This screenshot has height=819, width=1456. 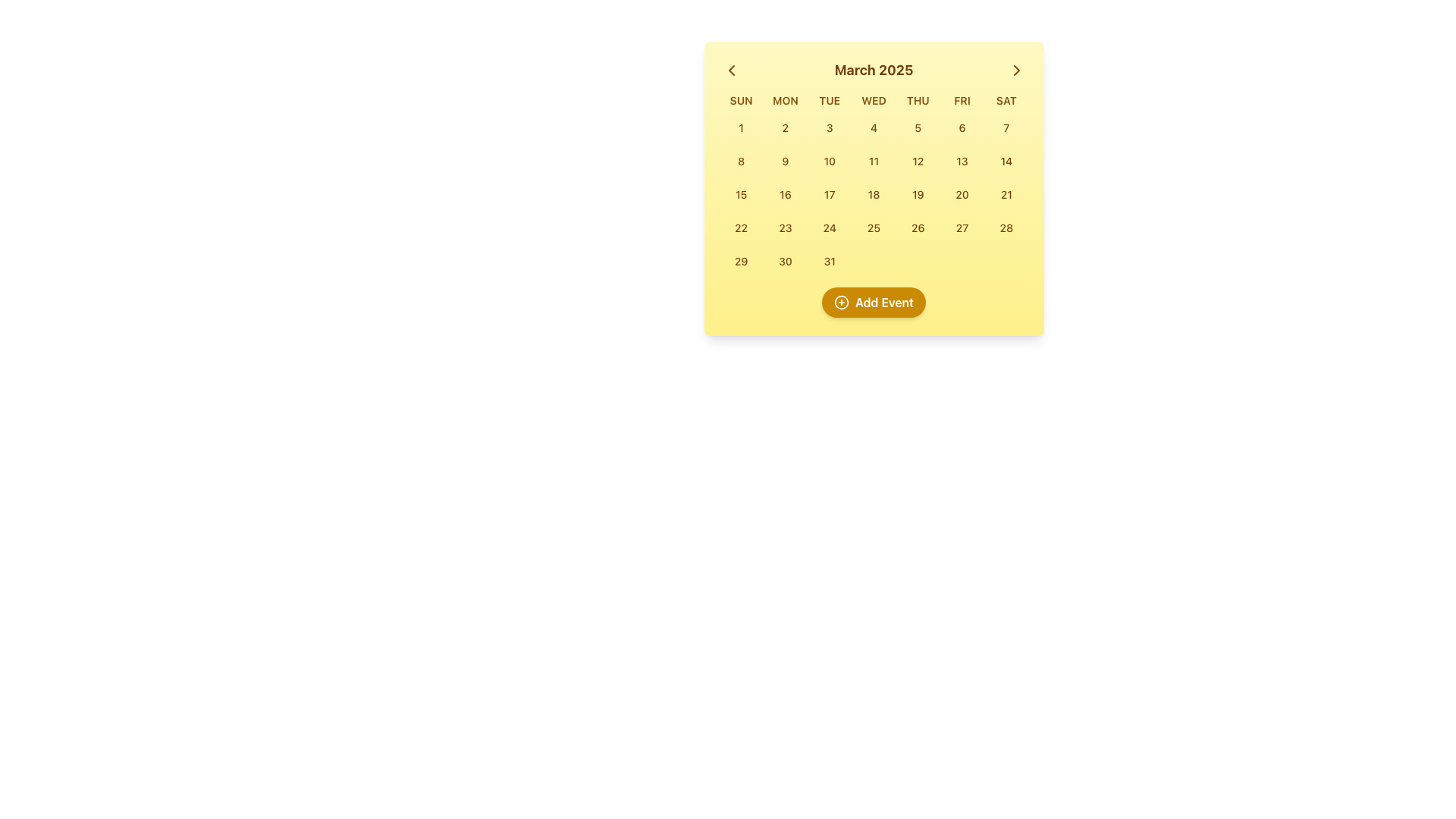 What do you see at coordinates (829, 161) in the screenshot?
I see `the date '10th' in the calendar for March 2025` at bounding box center [829, 161].